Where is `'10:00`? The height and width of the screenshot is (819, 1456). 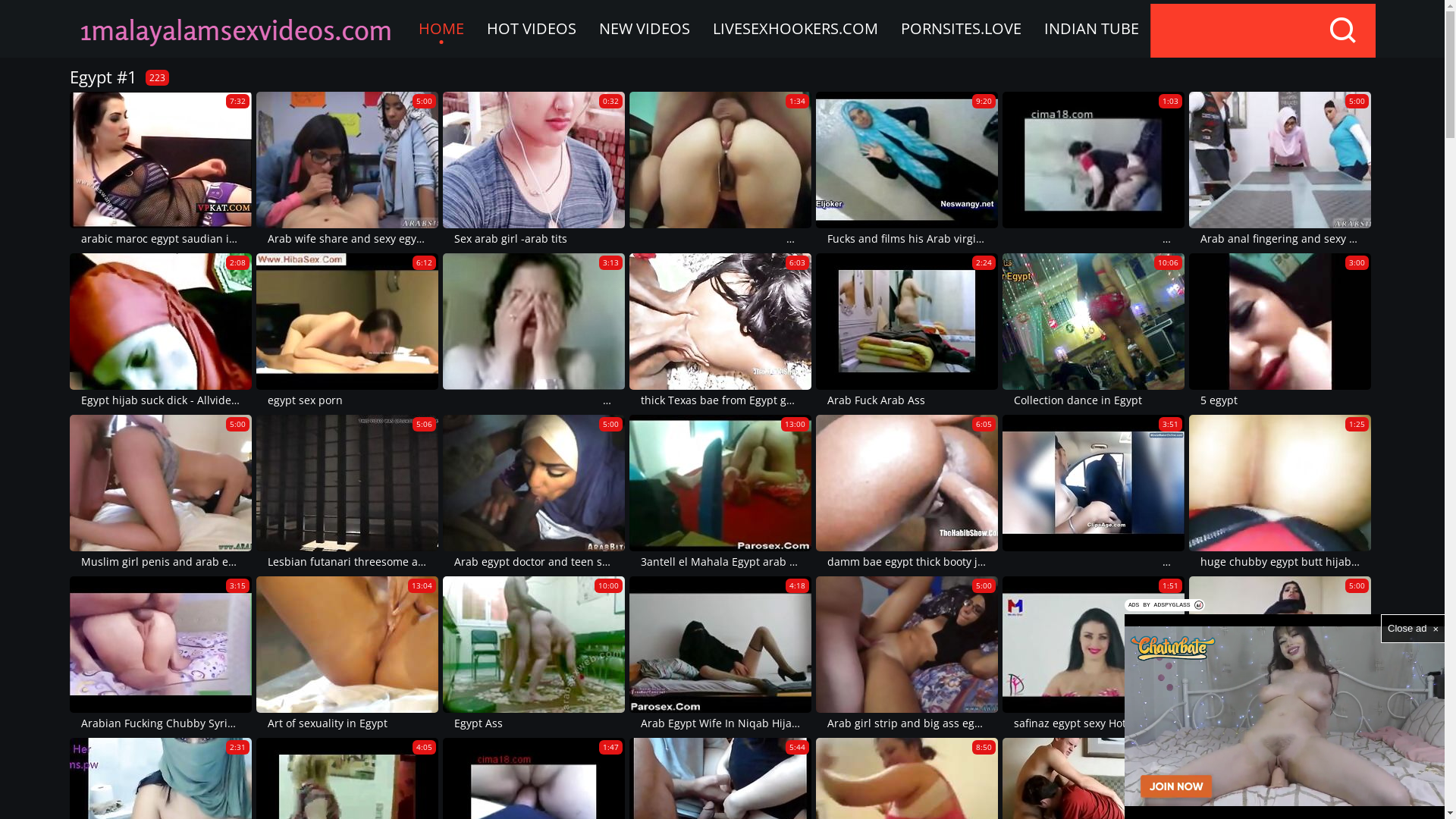
'10:00 is located at coordinates (442, 654).